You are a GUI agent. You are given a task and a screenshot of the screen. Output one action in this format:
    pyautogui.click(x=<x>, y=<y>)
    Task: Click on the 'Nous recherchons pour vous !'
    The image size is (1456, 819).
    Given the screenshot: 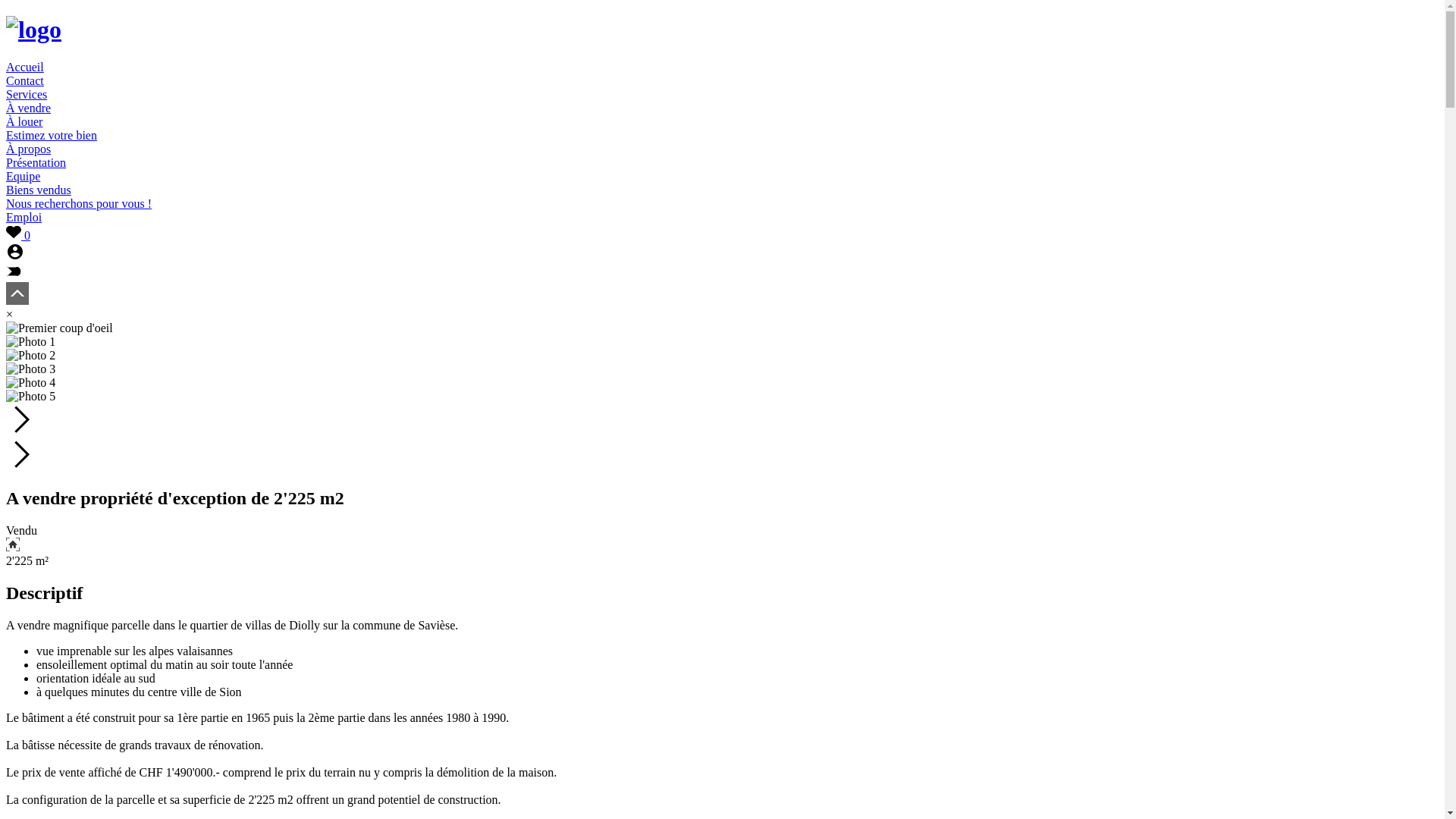 What is the action you would take?
    pyautogui.click(x=78, y=202)
    